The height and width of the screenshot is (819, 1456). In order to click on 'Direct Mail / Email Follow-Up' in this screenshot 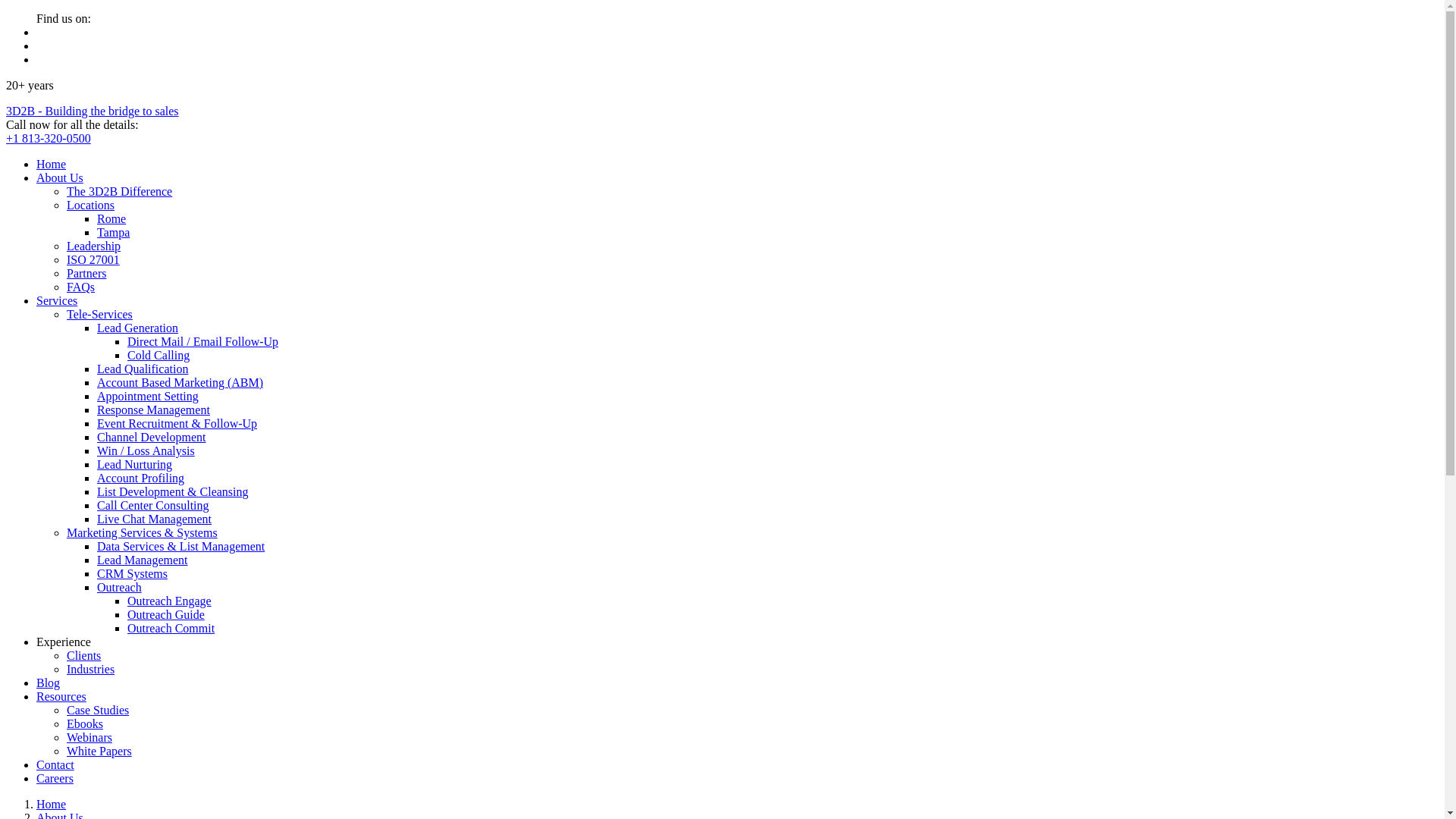, I will do `click(202, 341)`.